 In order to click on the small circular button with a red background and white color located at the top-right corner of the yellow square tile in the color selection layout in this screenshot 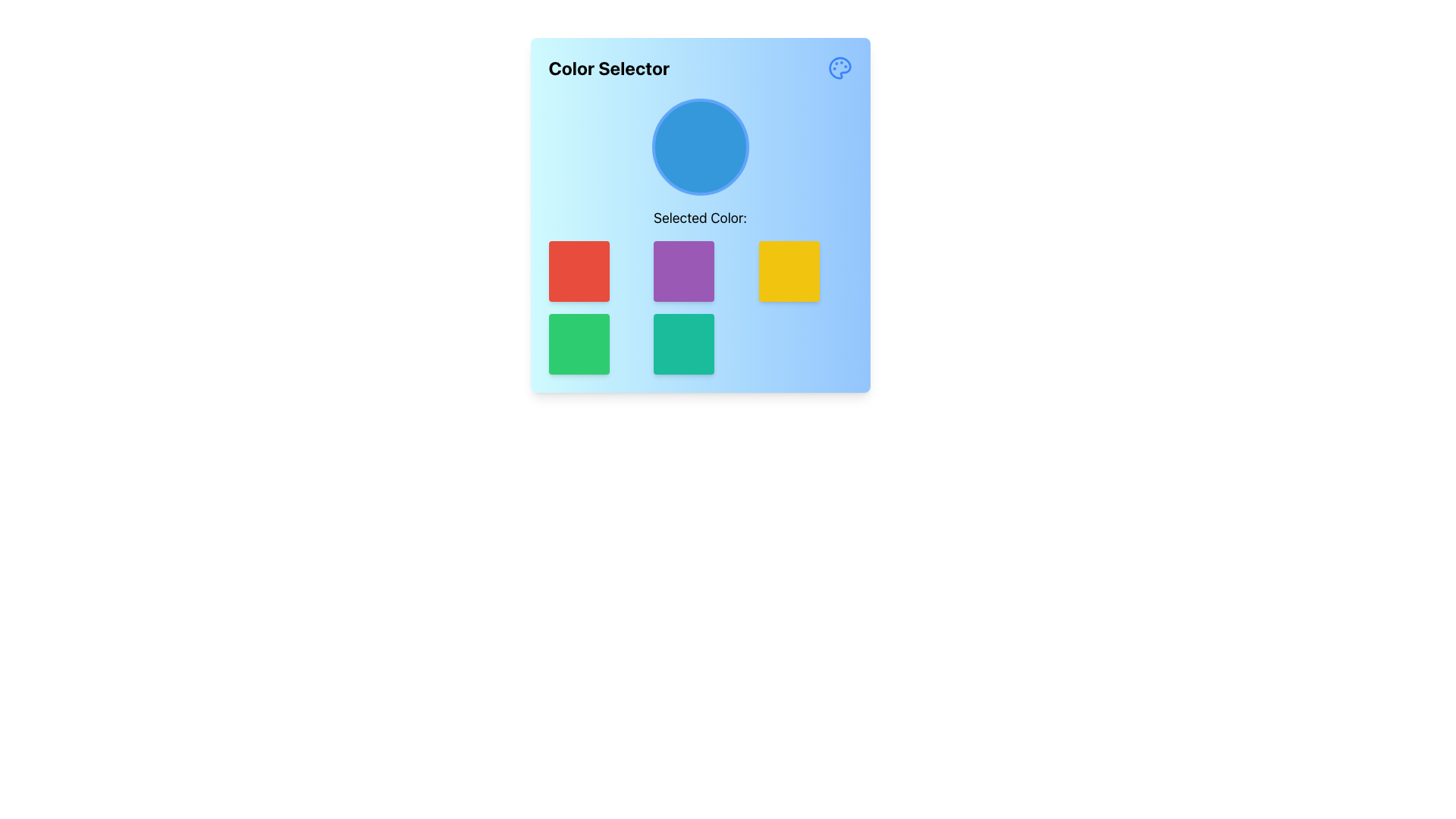, I will do `click(842, 249)`.